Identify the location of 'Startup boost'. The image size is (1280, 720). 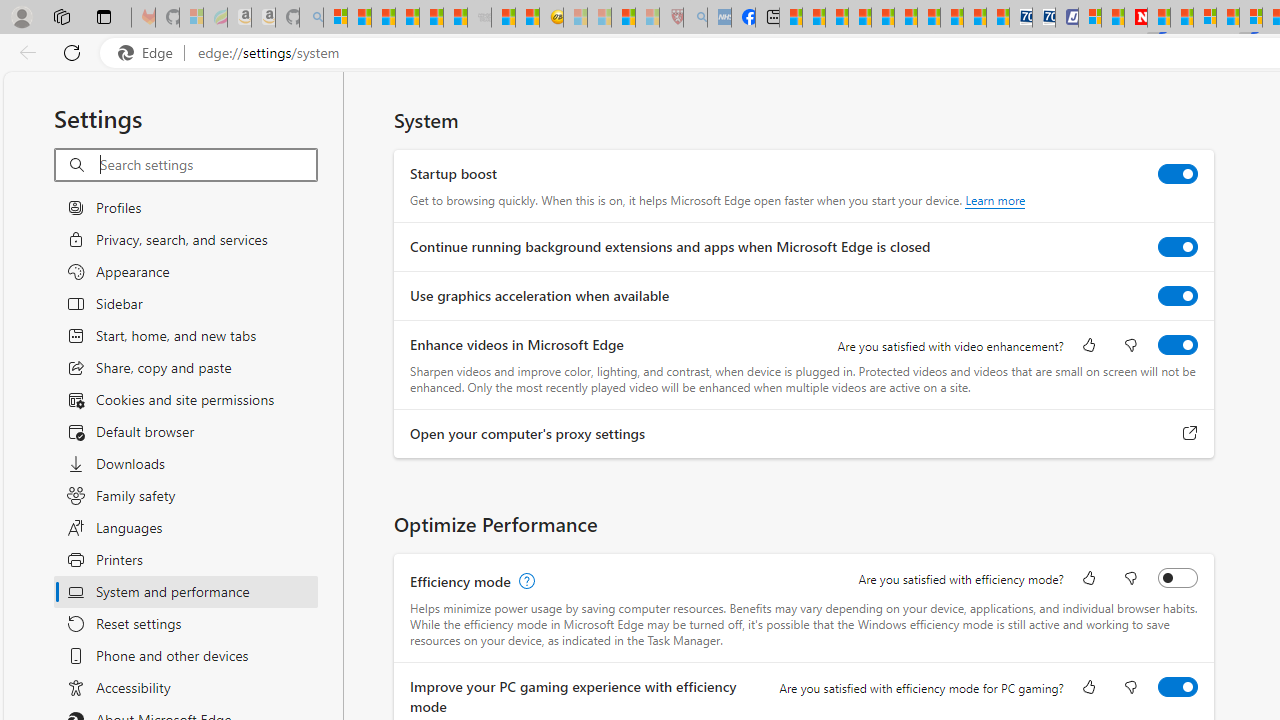
(1178, 173).